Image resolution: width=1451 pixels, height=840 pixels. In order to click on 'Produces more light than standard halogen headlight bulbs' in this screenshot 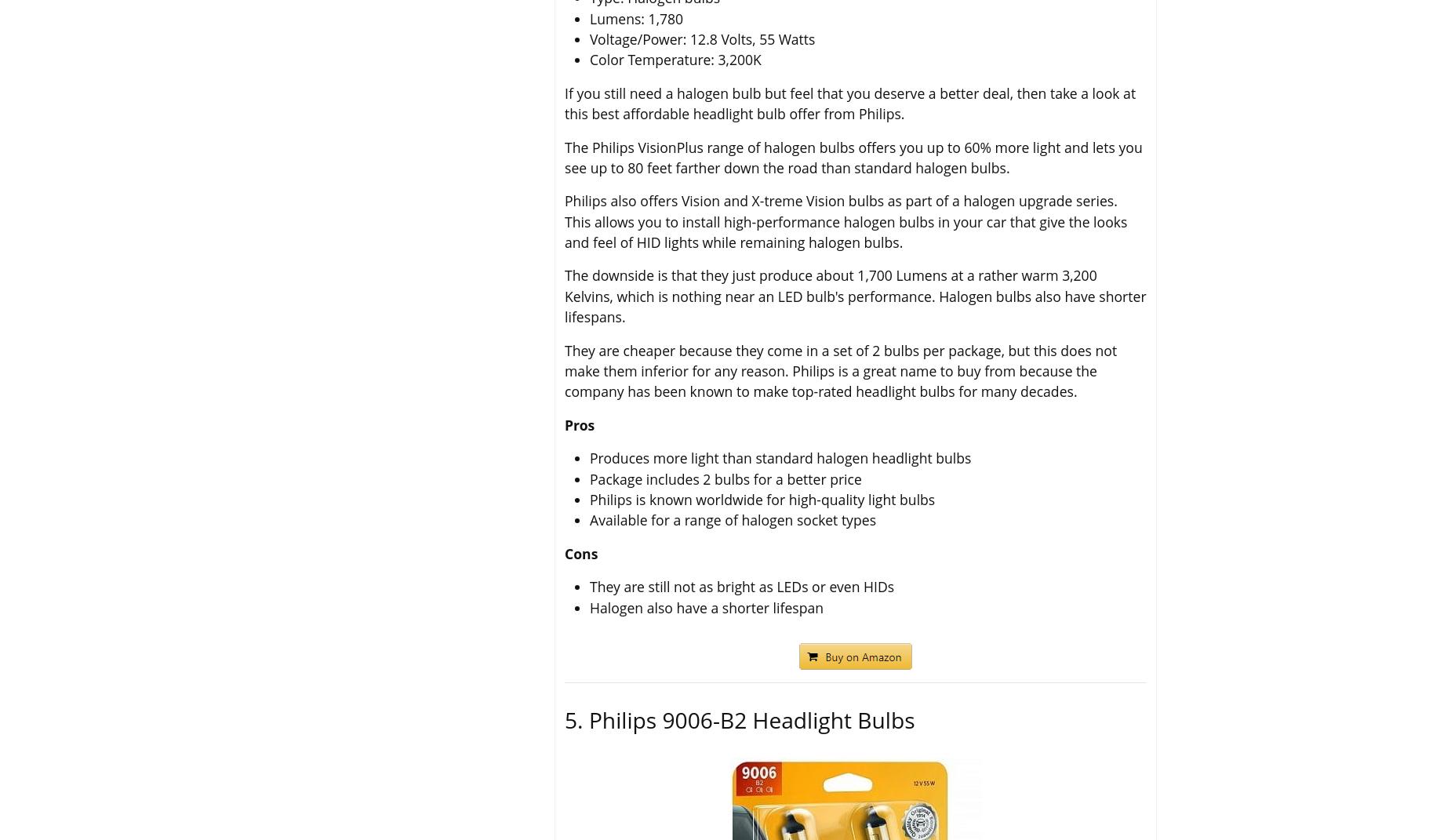, I will do `click(779, 458)`.